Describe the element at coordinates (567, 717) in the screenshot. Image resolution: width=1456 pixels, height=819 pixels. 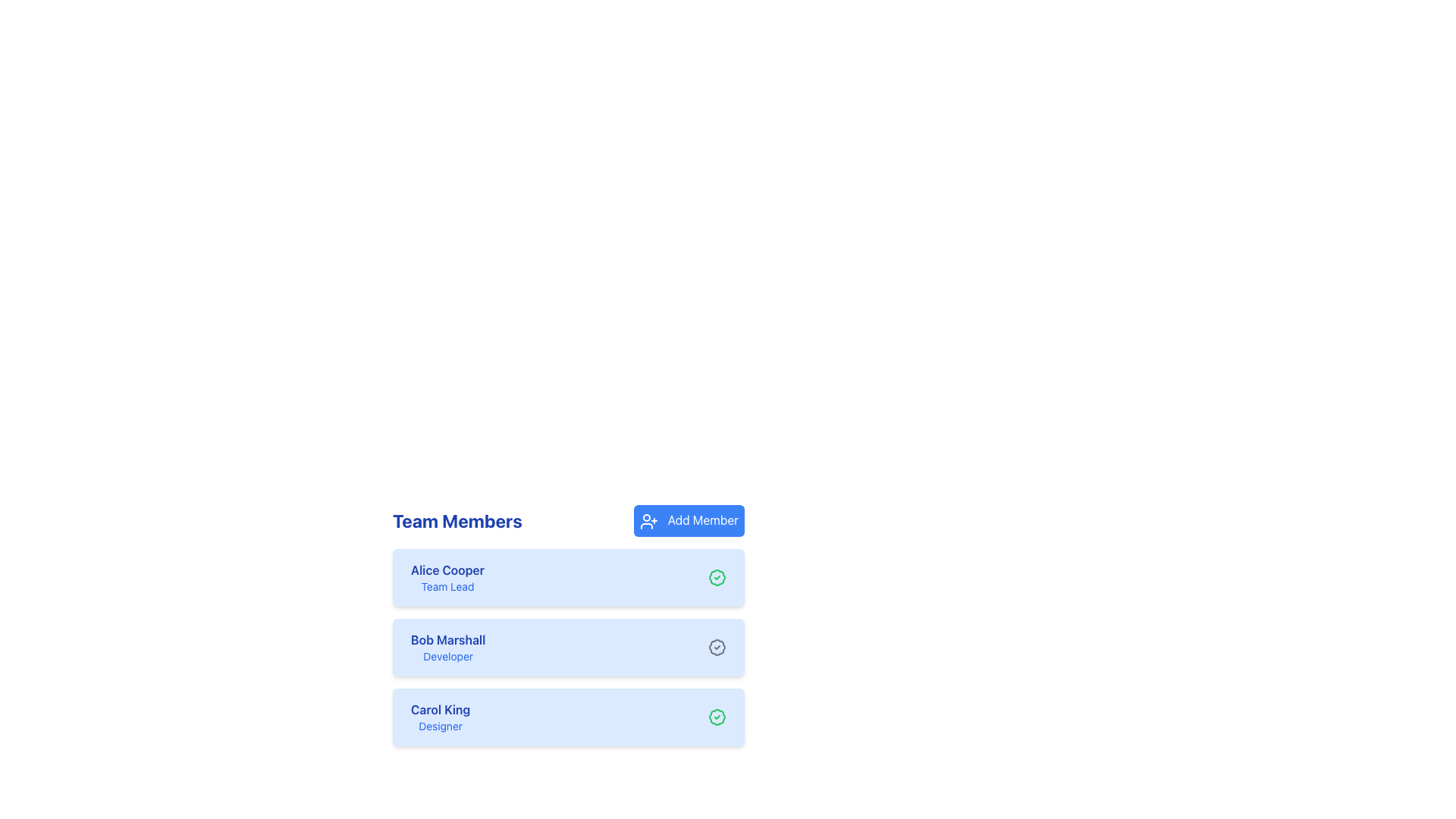
I see `text content of the third List Item in the 'Team Members' list, which displays the name 'Carol King' and role 'Designer' with a green checkmark for verification` at that location.